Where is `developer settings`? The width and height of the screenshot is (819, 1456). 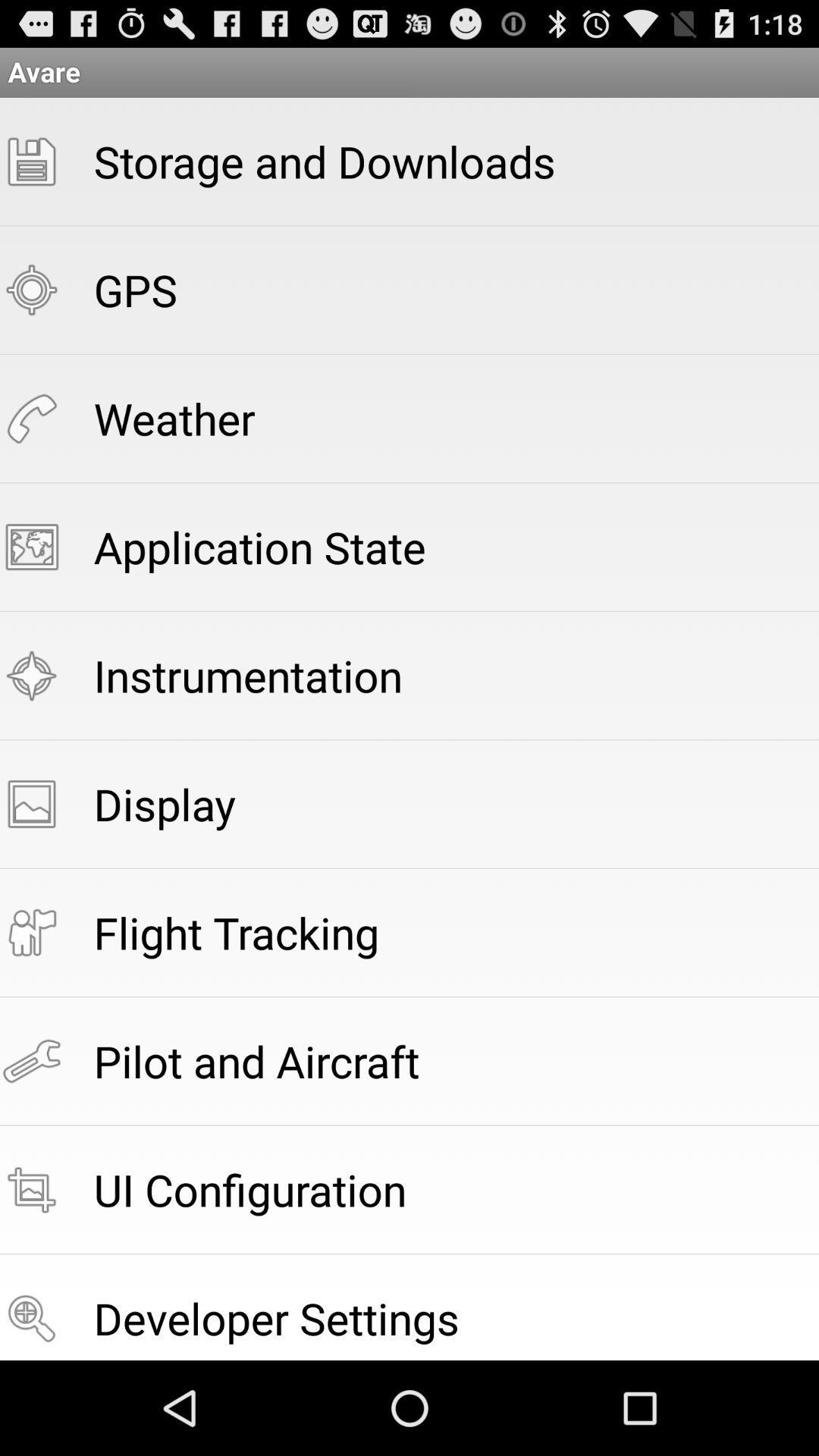
developer settings is located at coordinates (276, 1317).